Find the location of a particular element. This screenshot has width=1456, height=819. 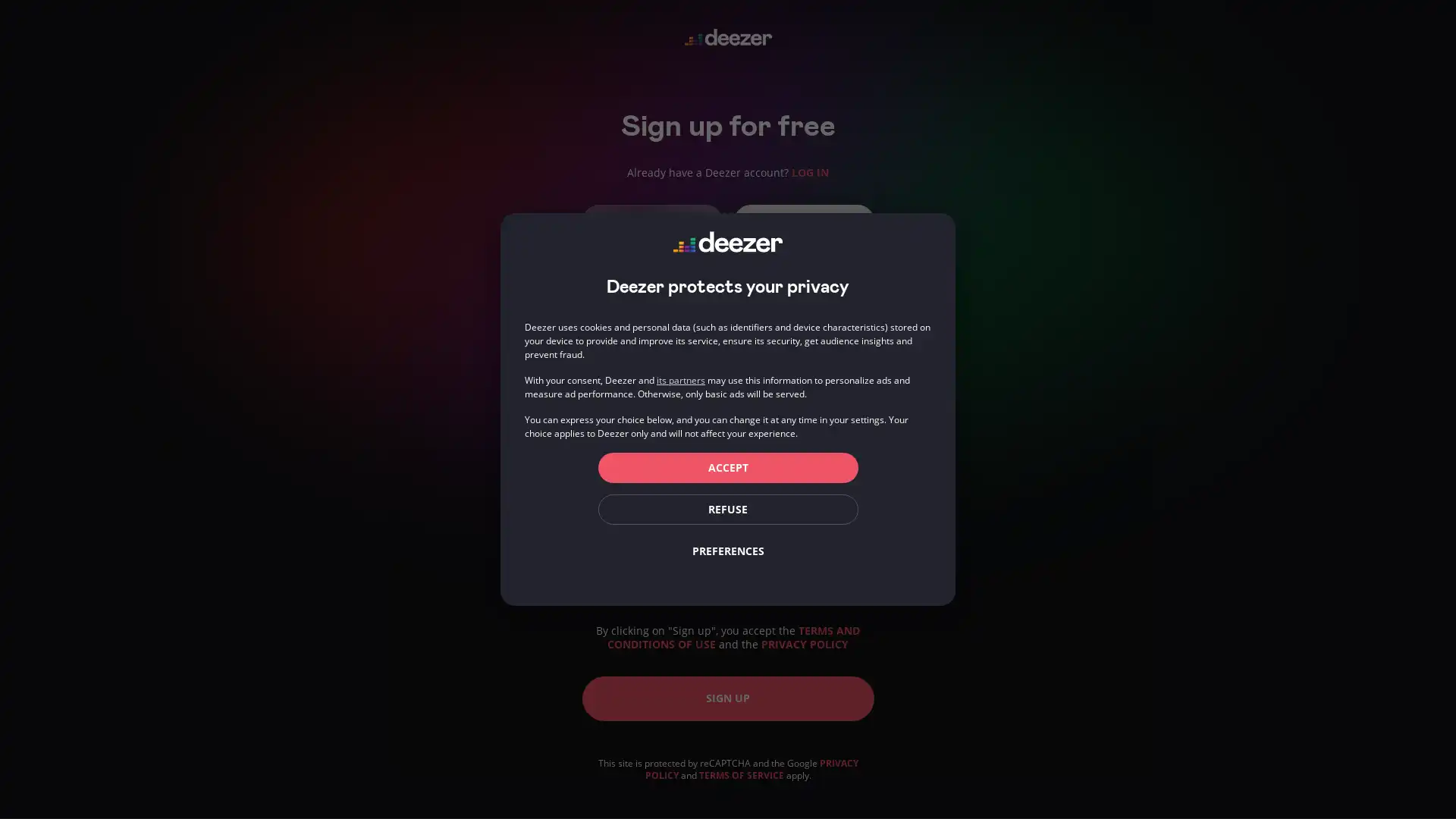

GOOGLE is located at coordinates (802, 220).